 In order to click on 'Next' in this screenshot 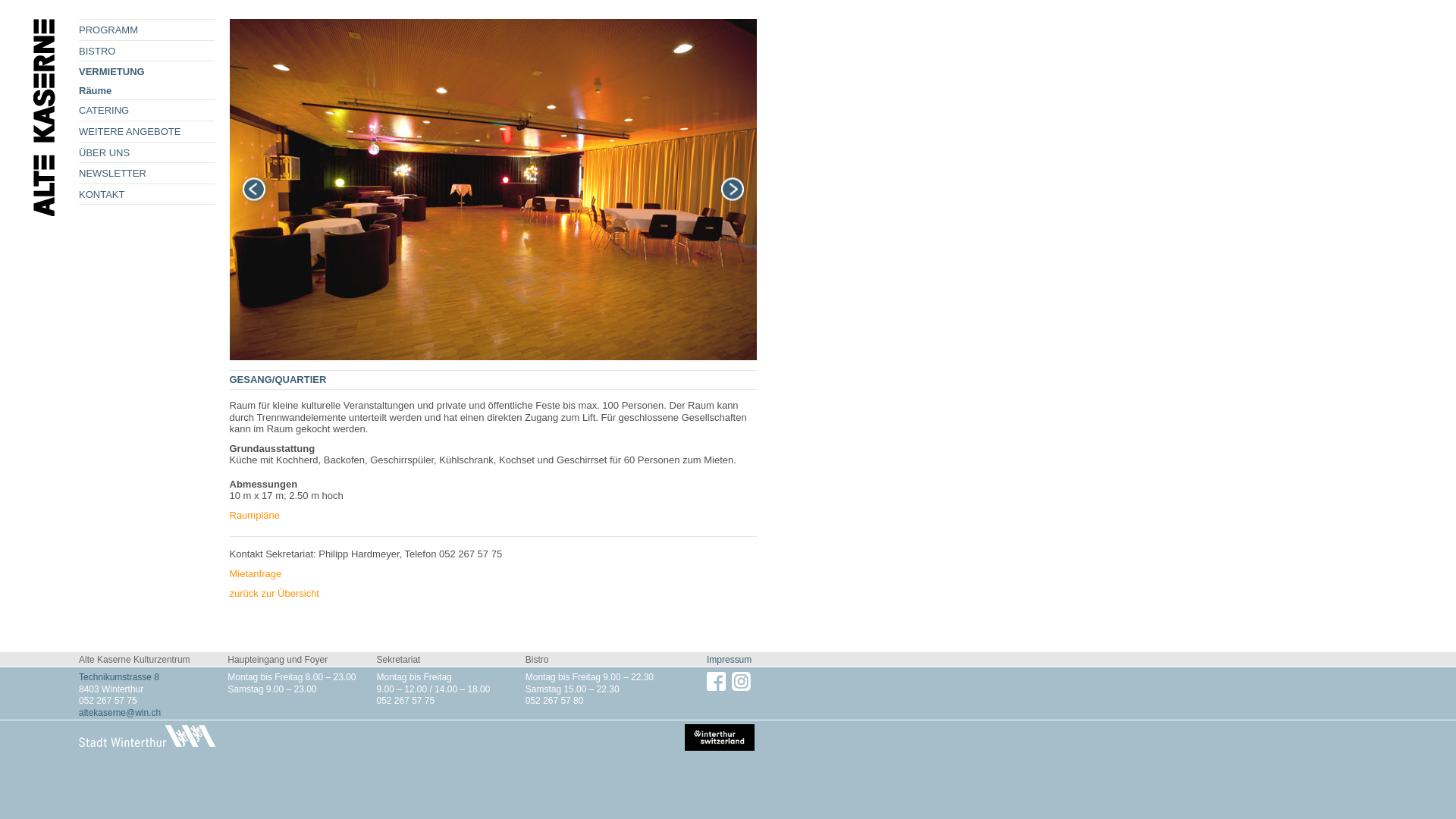, I will do `click(732, 189)`.